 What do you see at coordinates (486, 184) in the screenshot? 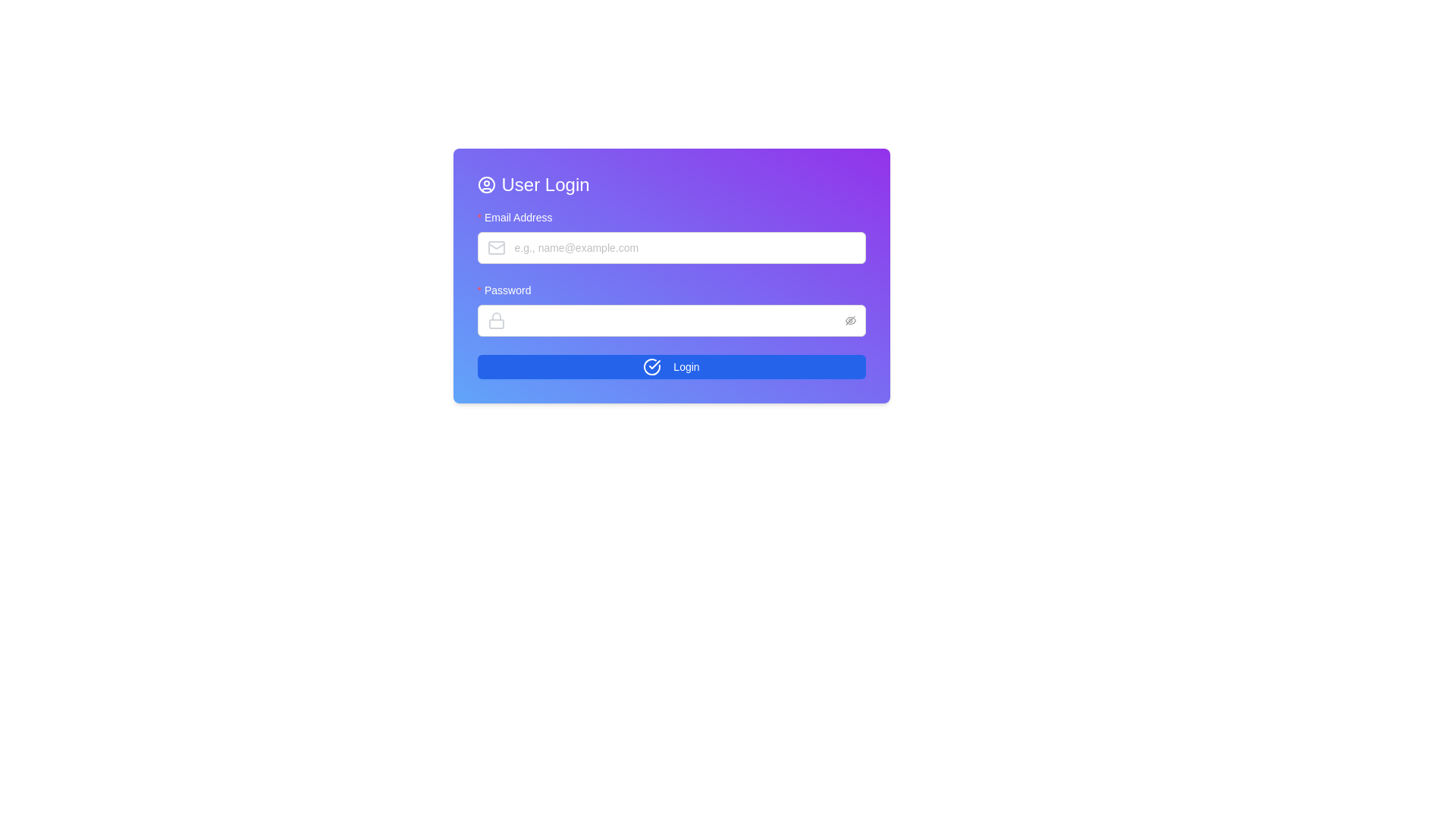
I see `the user profile icon` at bounding box center [486, 184].